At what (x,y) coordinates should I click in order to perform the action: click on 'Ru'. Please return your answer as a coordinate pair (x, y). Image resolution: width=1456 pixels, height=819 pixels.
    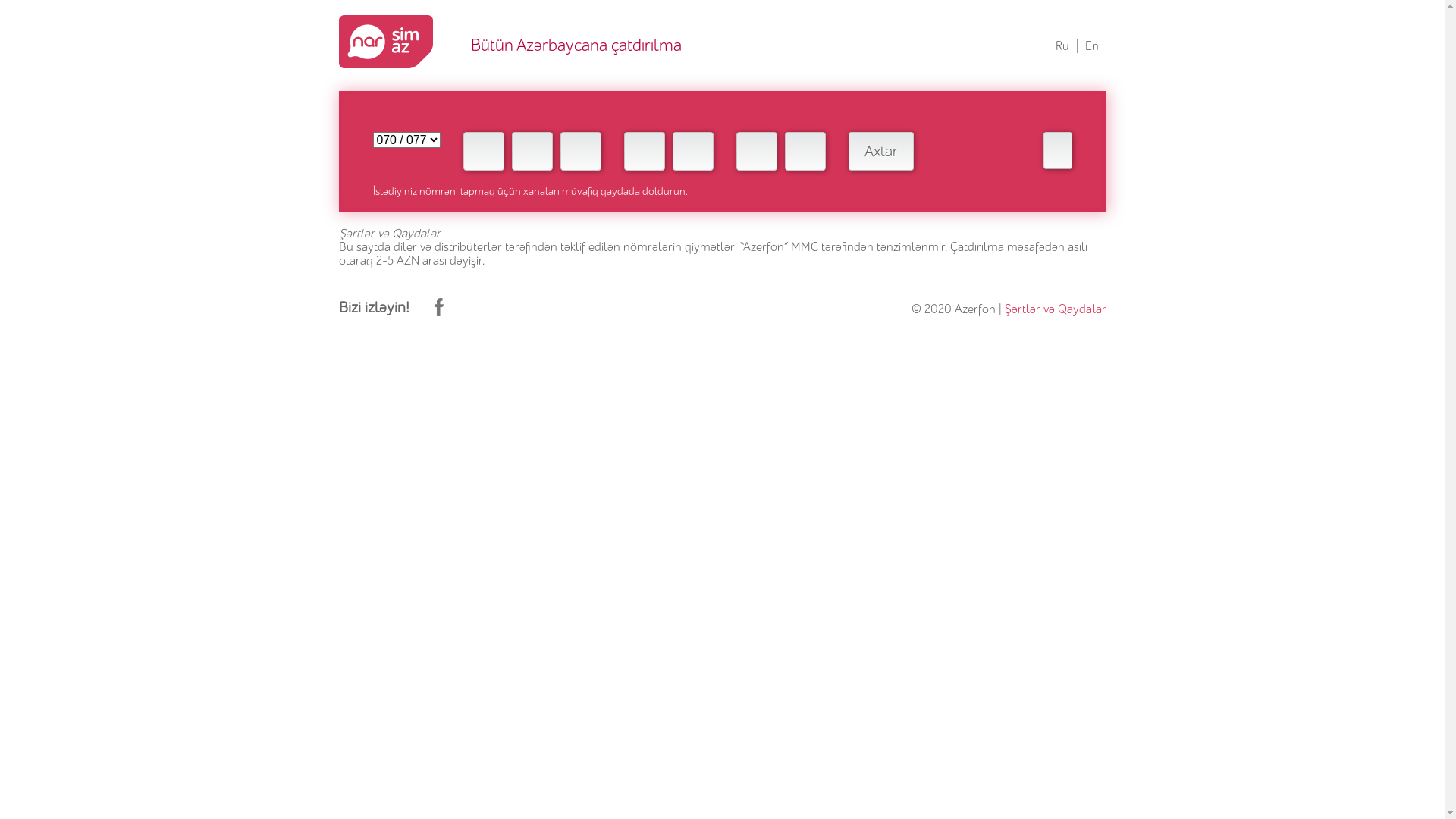
    Looking at the image, I should click on (1062, 45).